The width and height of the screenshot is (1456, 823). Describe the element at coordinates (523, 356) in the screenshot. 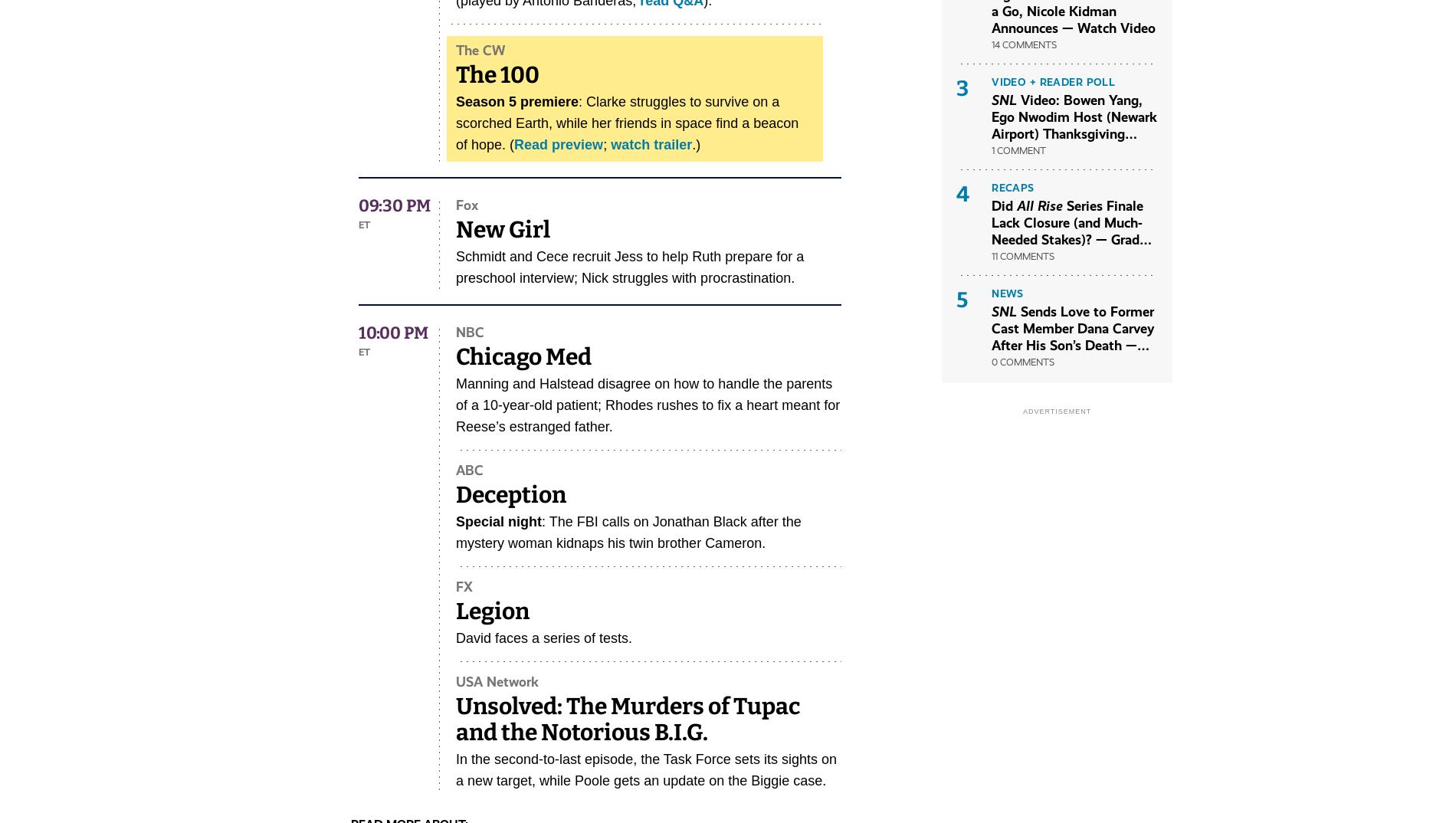

I see `'Chicago Med'` at that location.